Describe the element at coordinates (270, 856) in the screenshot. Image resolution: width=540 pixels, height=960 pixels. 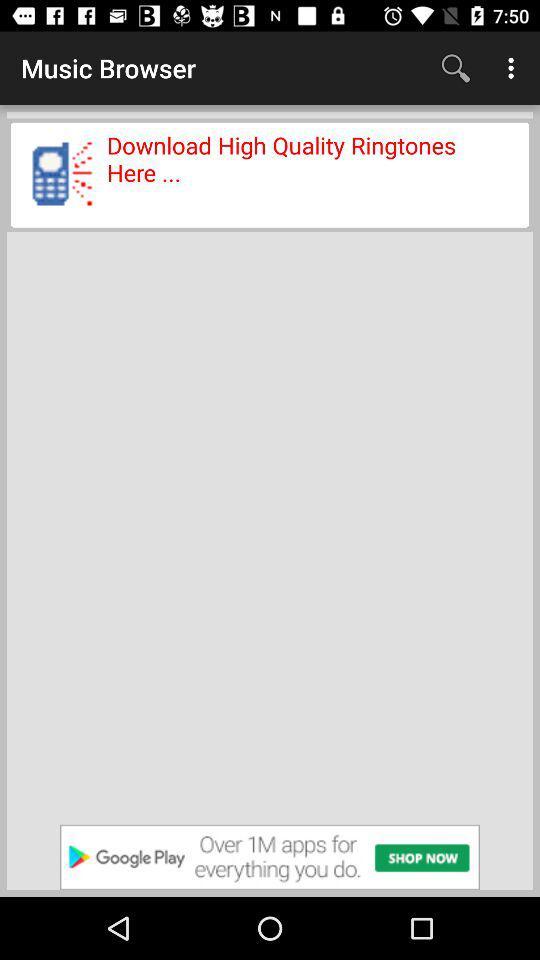
I see `advertising` at that location.